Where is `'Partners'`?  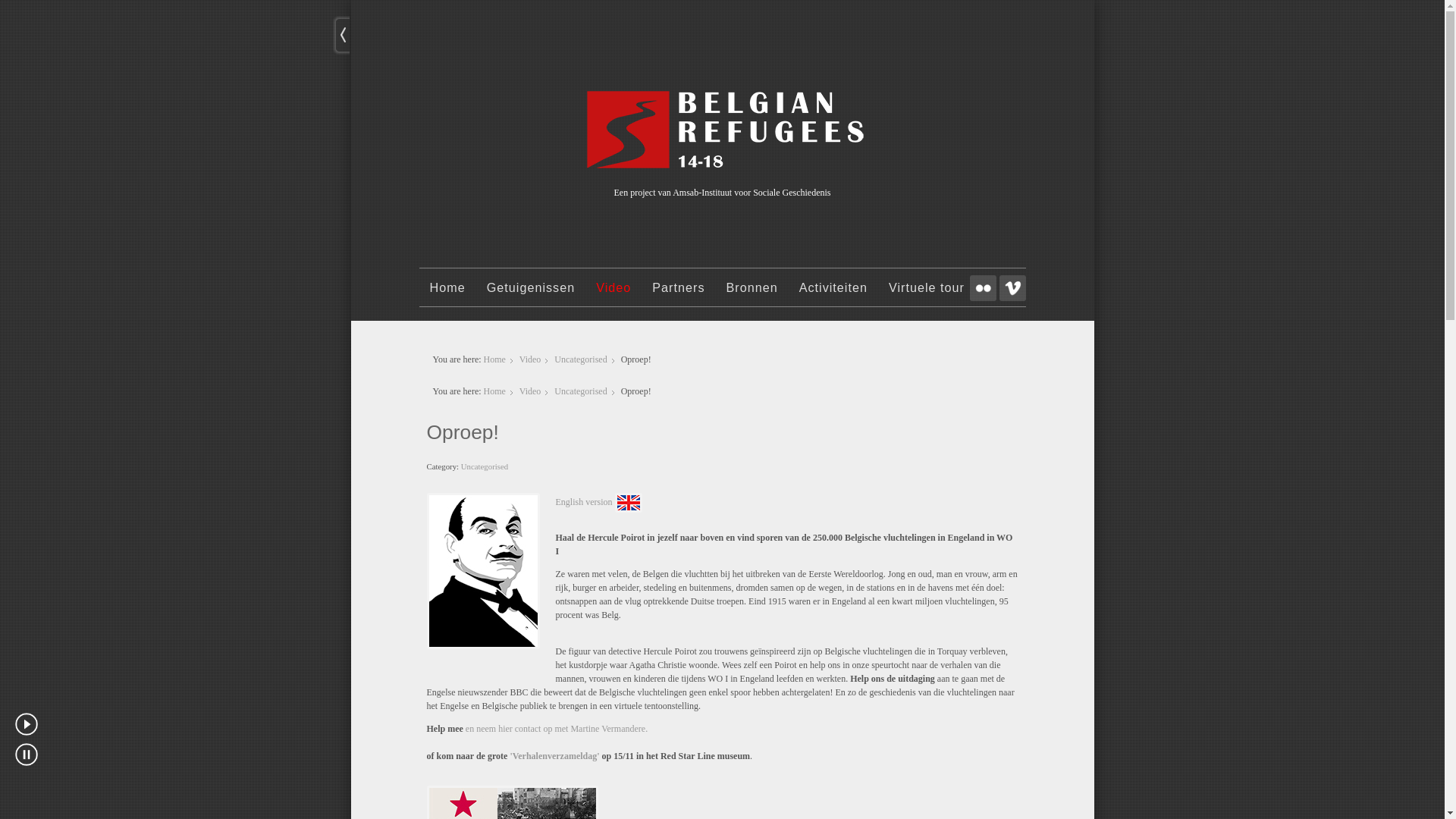 'Partners' is located at coordinates (677, 294).